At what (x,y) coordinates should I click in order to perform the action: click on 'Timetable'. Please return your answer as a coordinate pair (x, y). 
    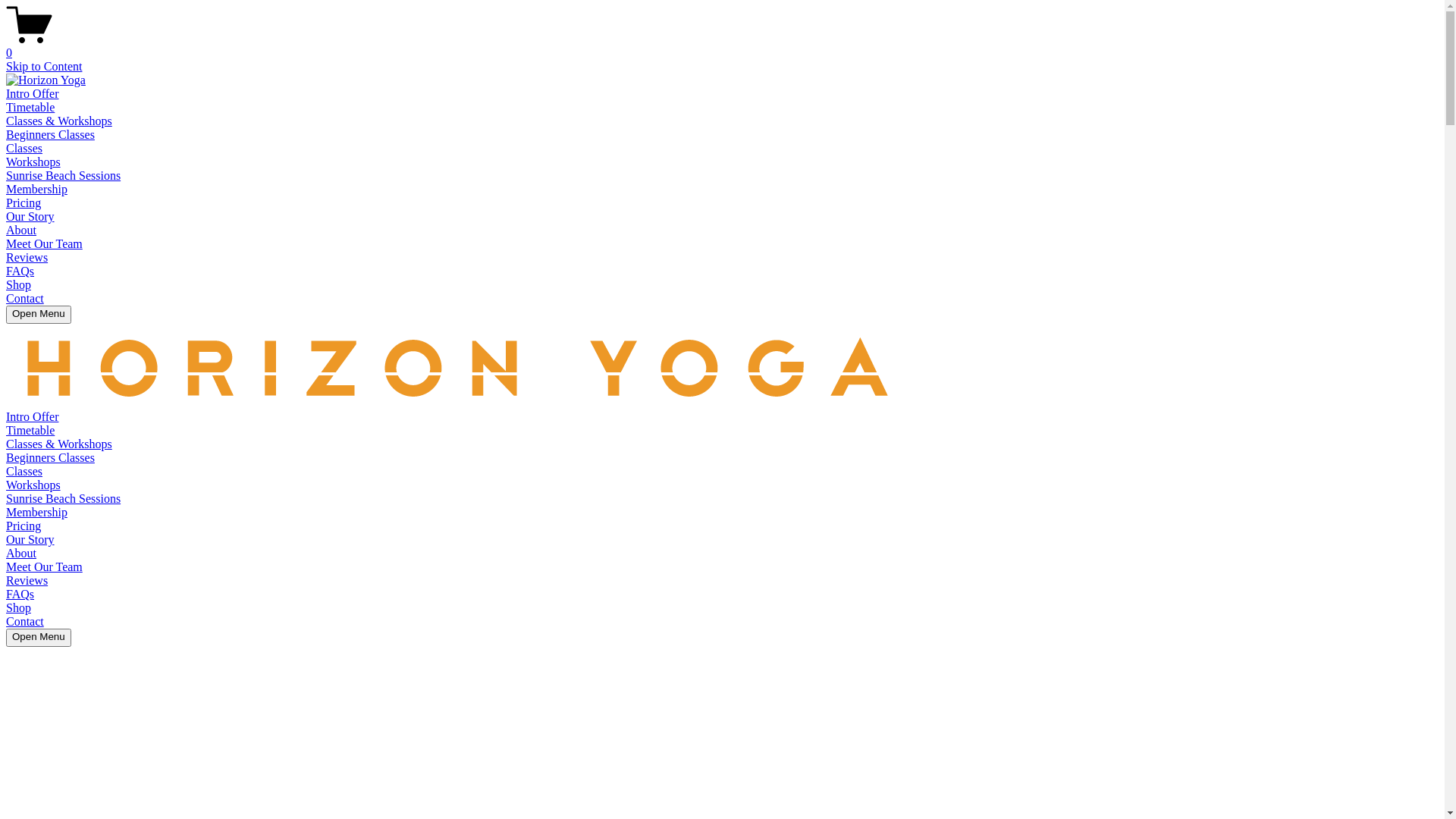
    Looking at the image, I should click on (6, 430).